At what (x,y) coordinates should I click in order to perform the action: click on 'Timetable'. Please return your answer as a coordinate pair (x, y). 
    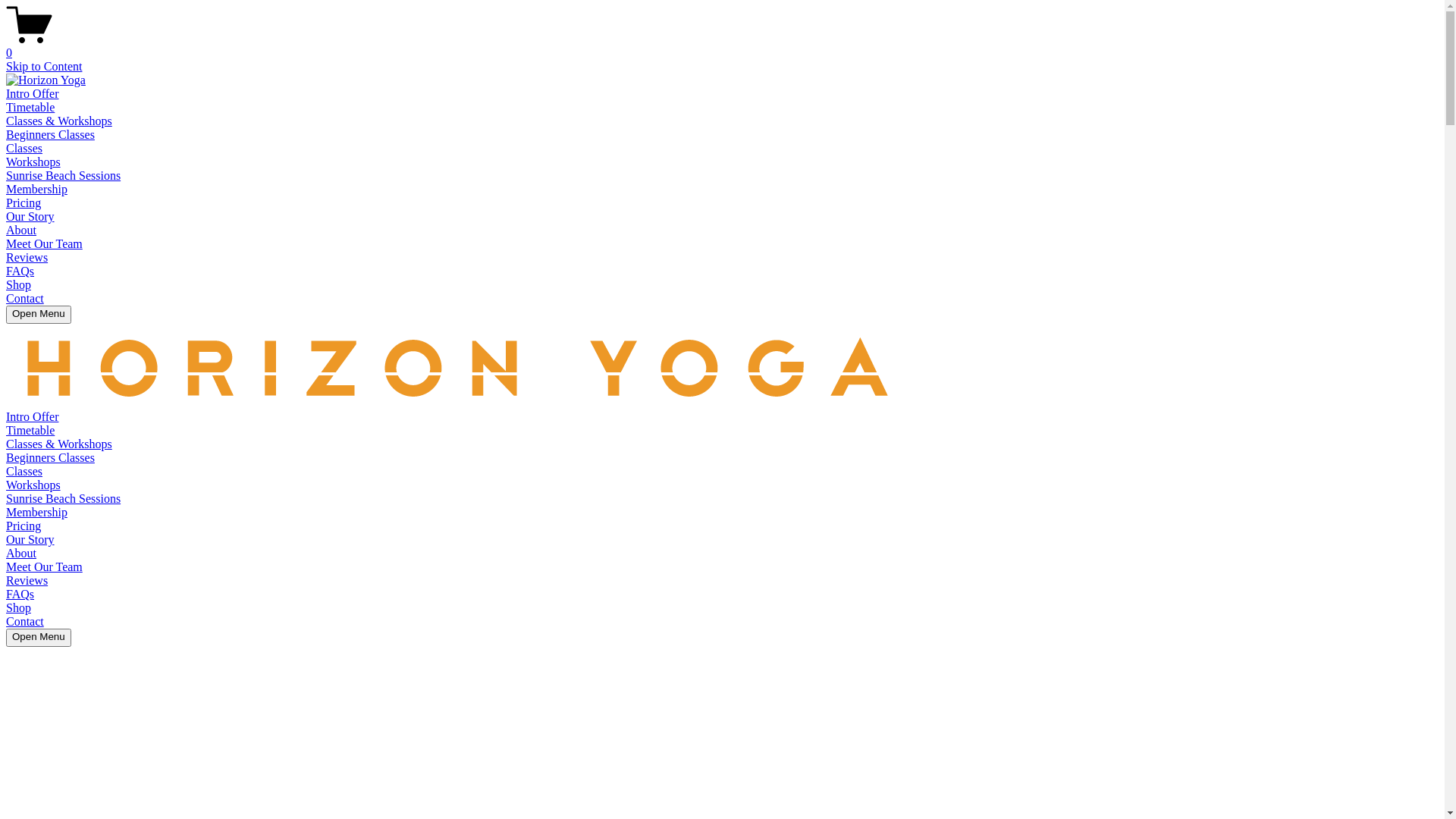
    Looking at the image, I should click on (6, 430).